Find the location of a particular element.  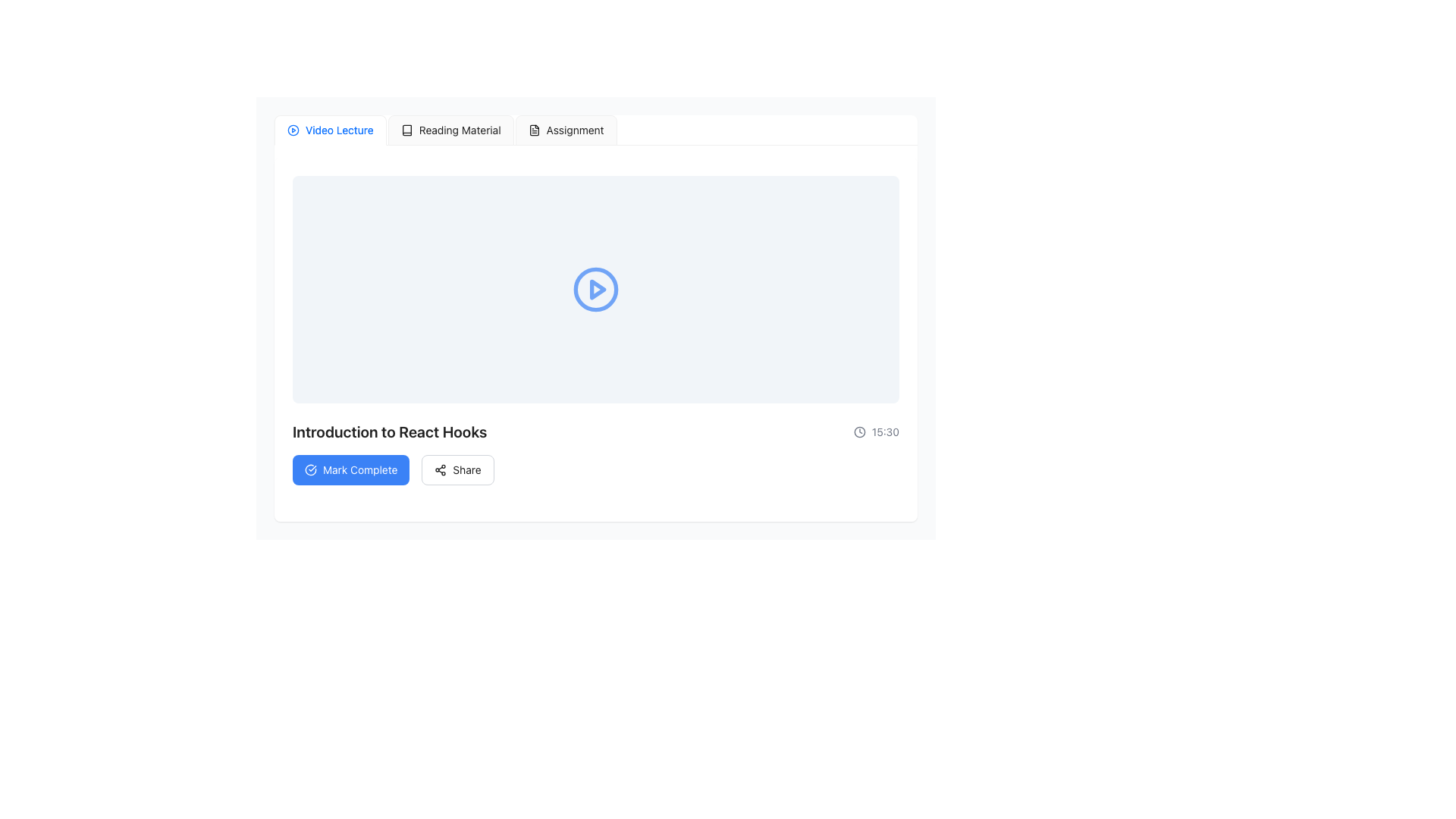

the circular component of the clock icon located towards the bottom-right section of the interface is located at coordinates (859, 432).